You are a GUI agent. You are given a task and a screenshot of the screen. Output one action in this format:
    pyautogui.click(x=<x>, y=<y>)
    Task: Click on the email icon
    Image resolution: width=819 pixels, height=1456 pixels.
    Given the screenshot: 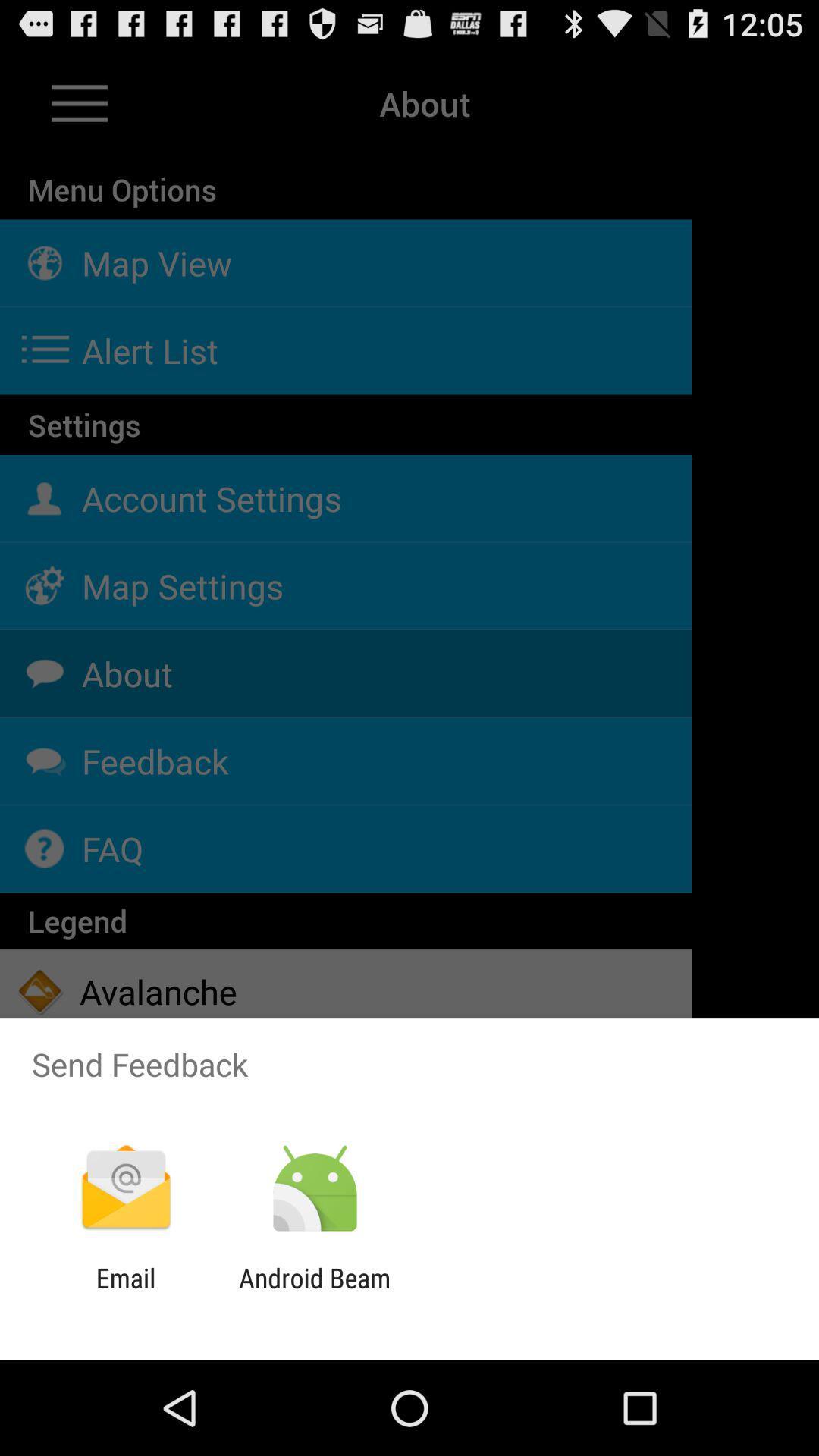 What is the action you would take?
    pyautogui.click(x=125, y=1293)
    